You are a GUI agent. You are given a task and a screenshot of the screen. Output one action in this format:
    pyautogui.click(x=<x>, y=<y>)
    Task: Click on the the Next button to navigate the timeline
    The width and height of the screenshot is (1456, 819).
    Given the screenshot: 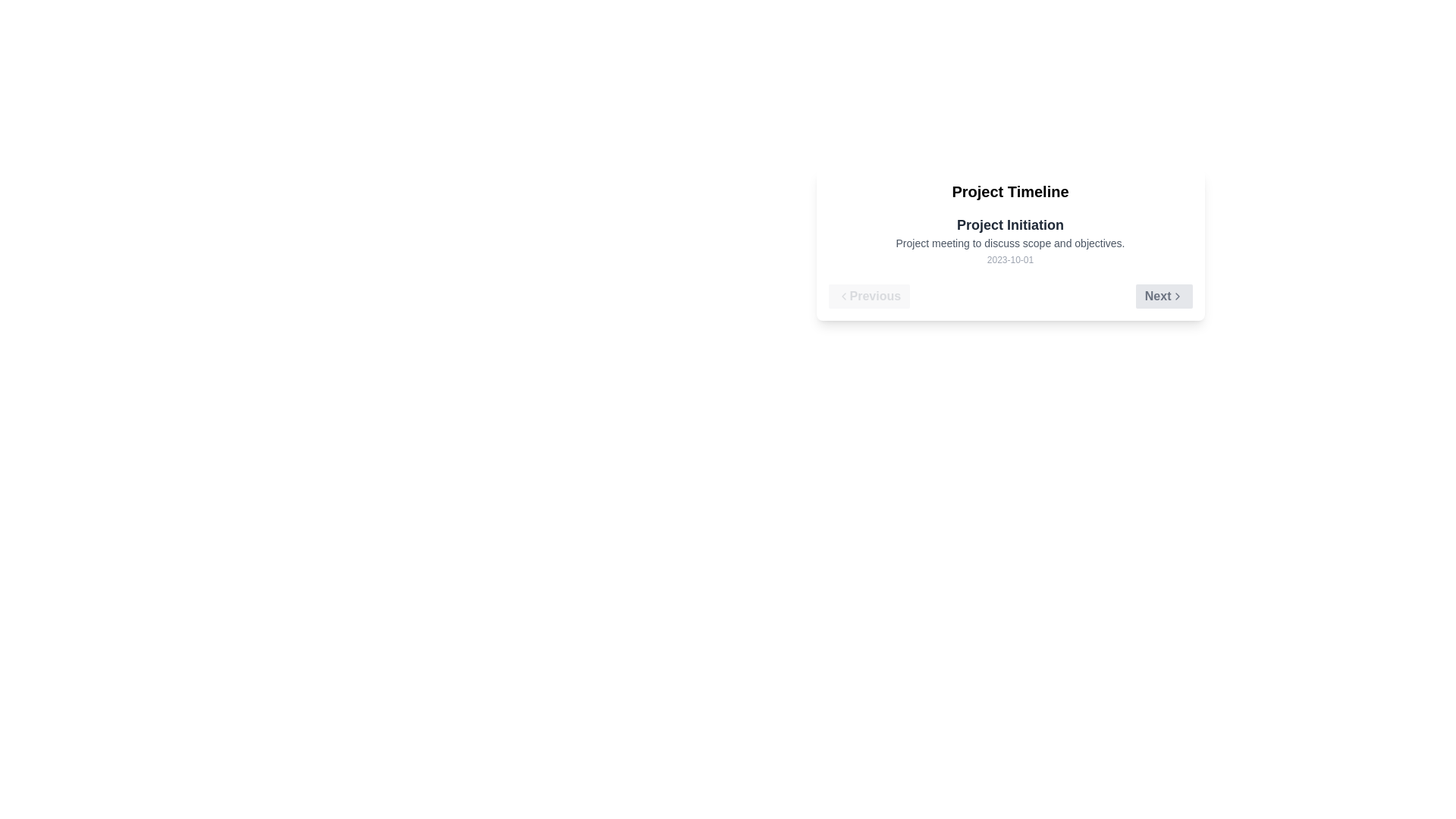 What is the action you would take?
    pyautogui.click(x=1163, y=296)
    